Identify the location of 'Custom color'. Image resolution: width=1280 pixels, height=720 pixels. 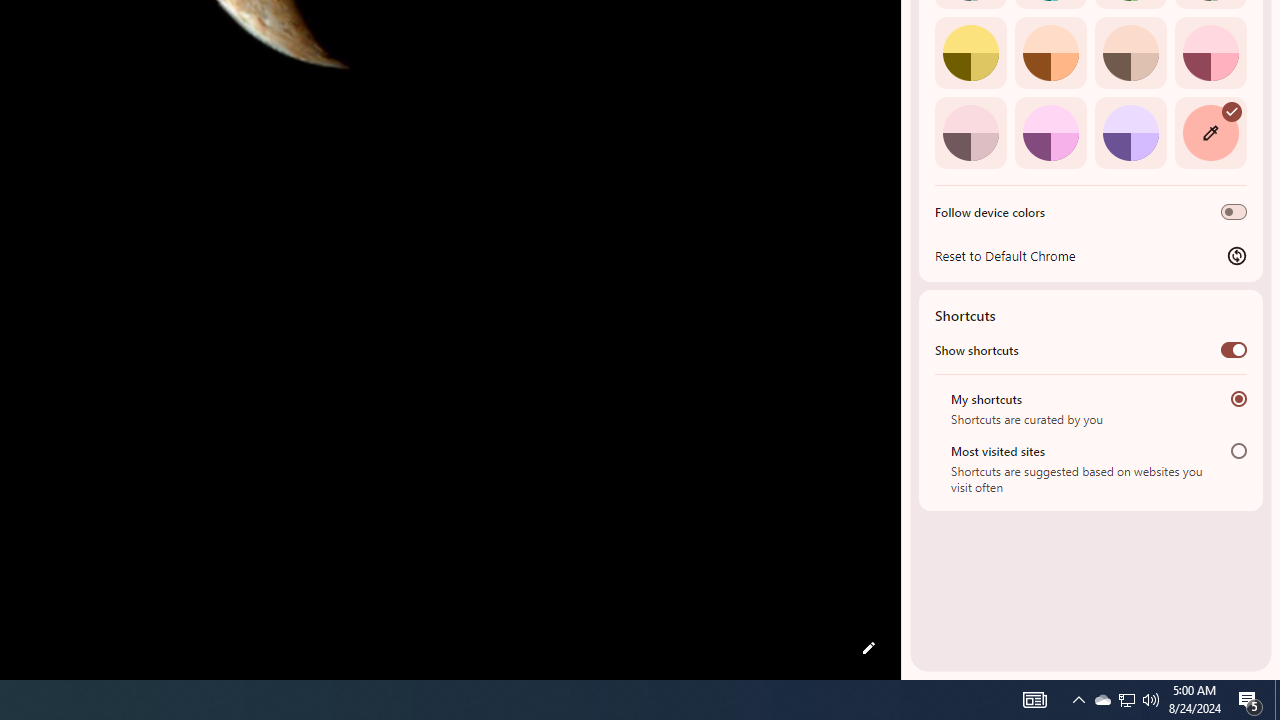
(1209, 132).